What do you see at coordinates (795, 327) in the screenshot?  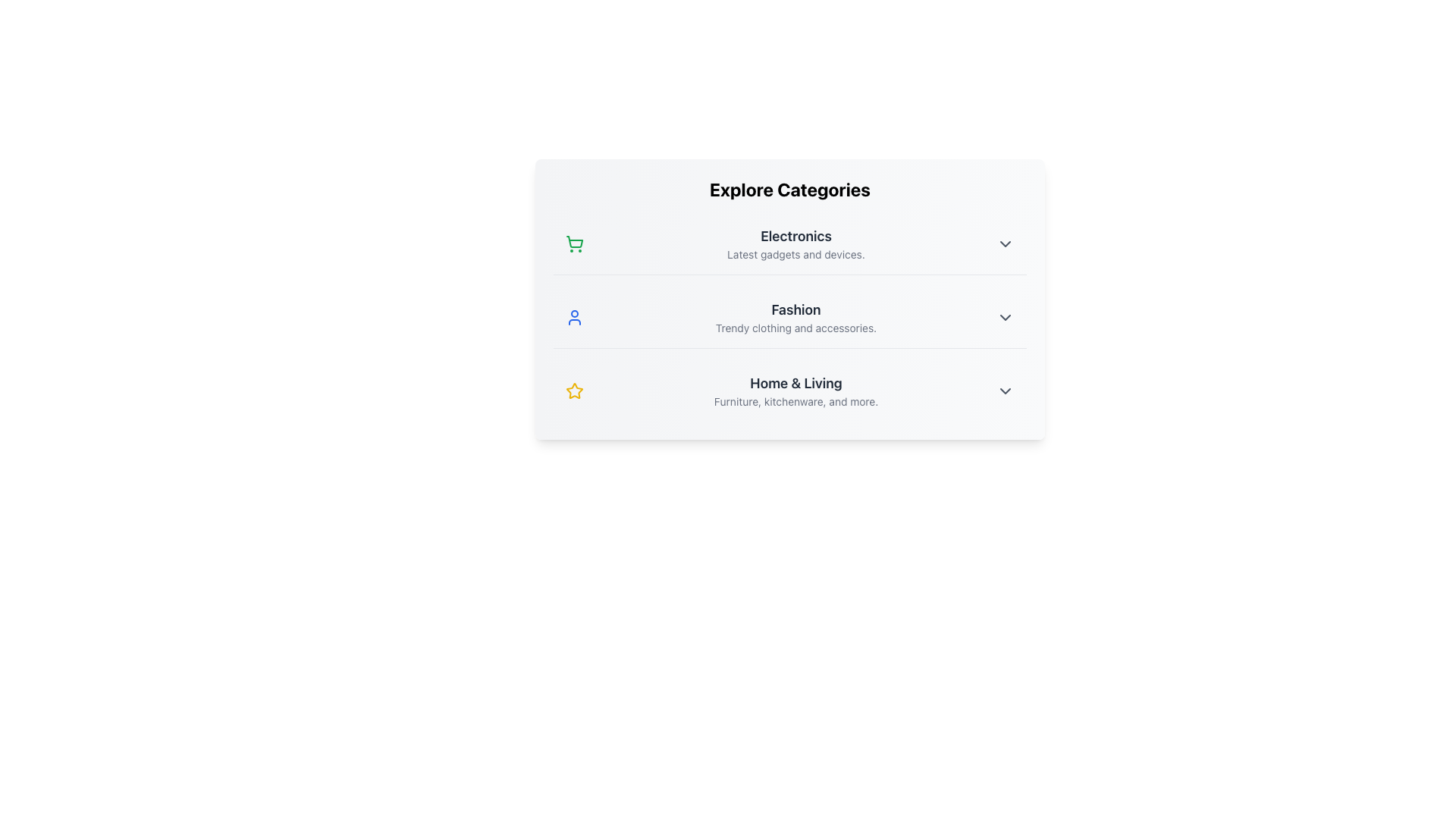 I see `the text element providing a description or tagline related to the 'Fashion' category, which is positioned below the 'Fashion' text and centered in the 'Explore Categories' section` at bounding box center [795, 327].